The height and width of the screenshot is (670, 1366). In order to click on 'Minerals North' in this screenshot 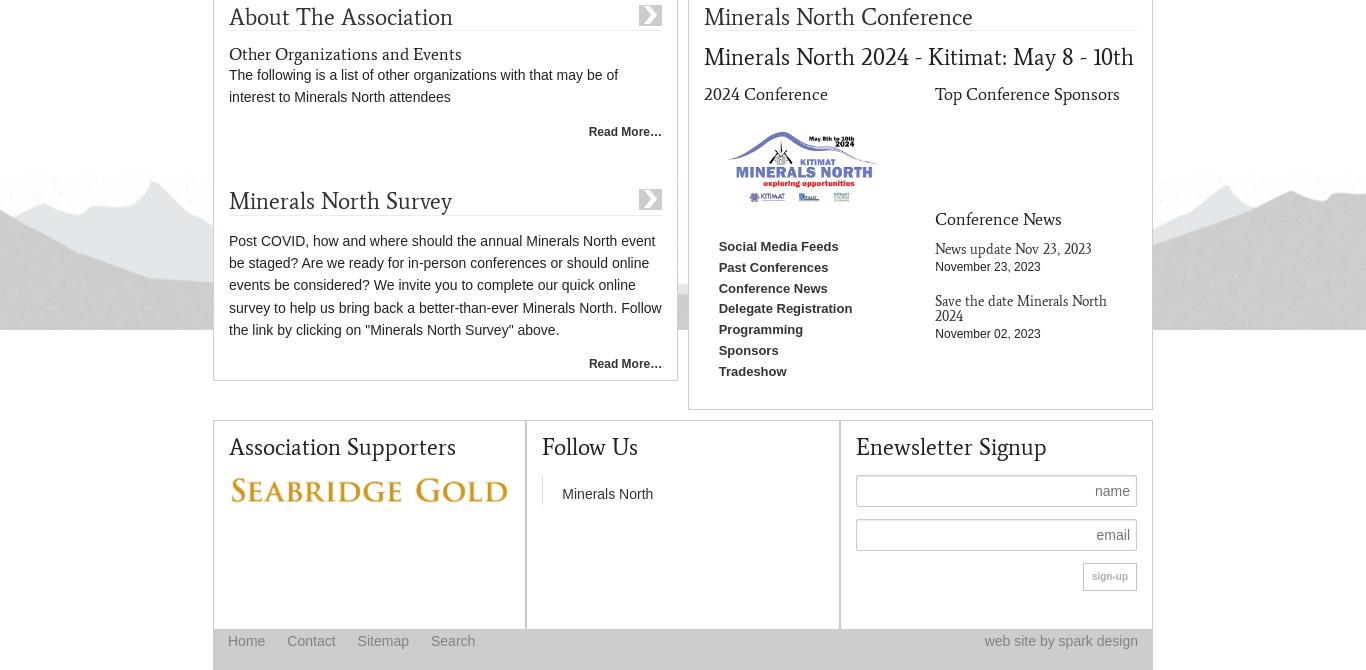, I will do `click(606, 492)`.